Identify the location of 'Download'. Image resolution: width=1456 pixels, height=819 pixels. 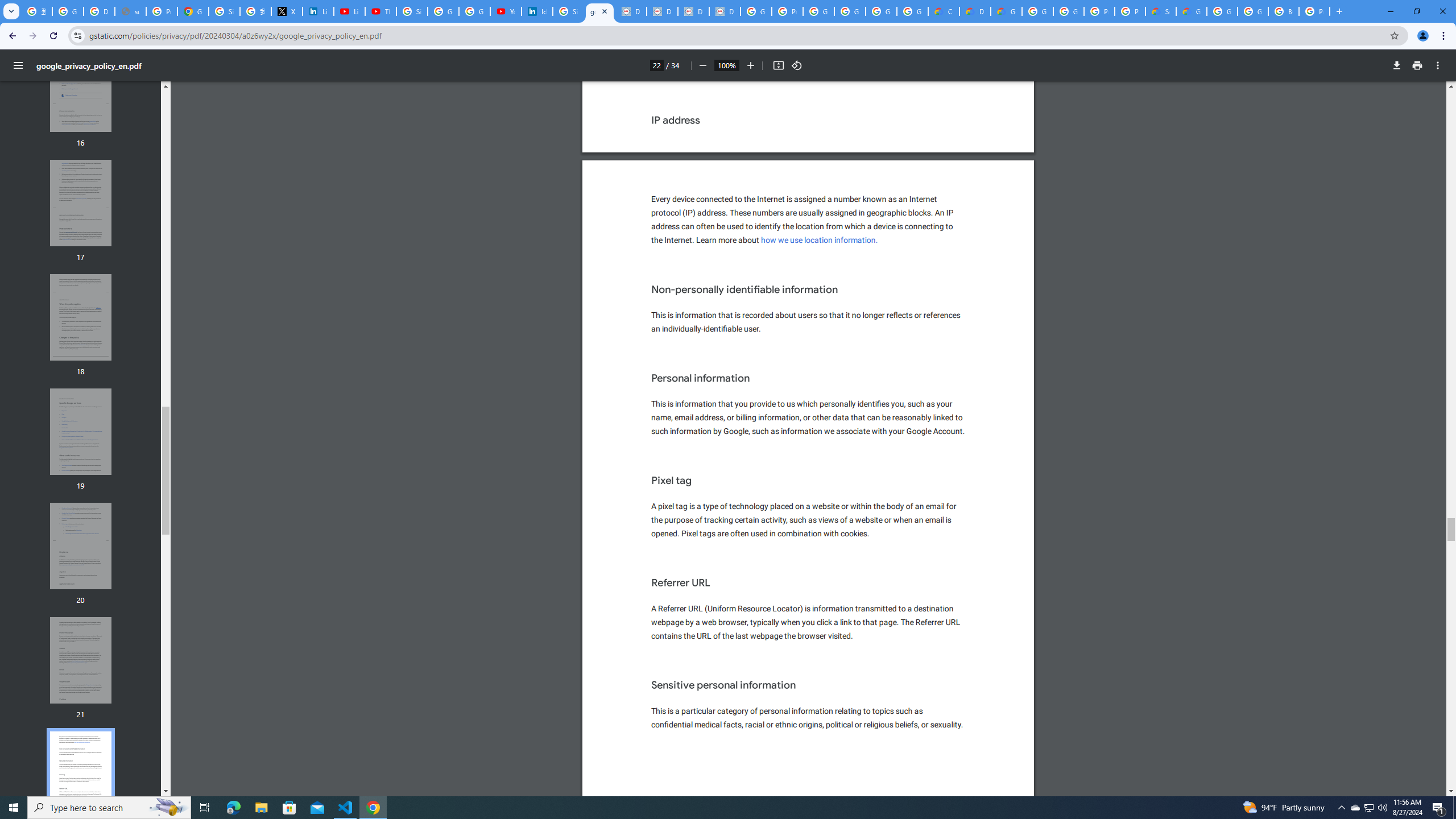
(1396, 65).